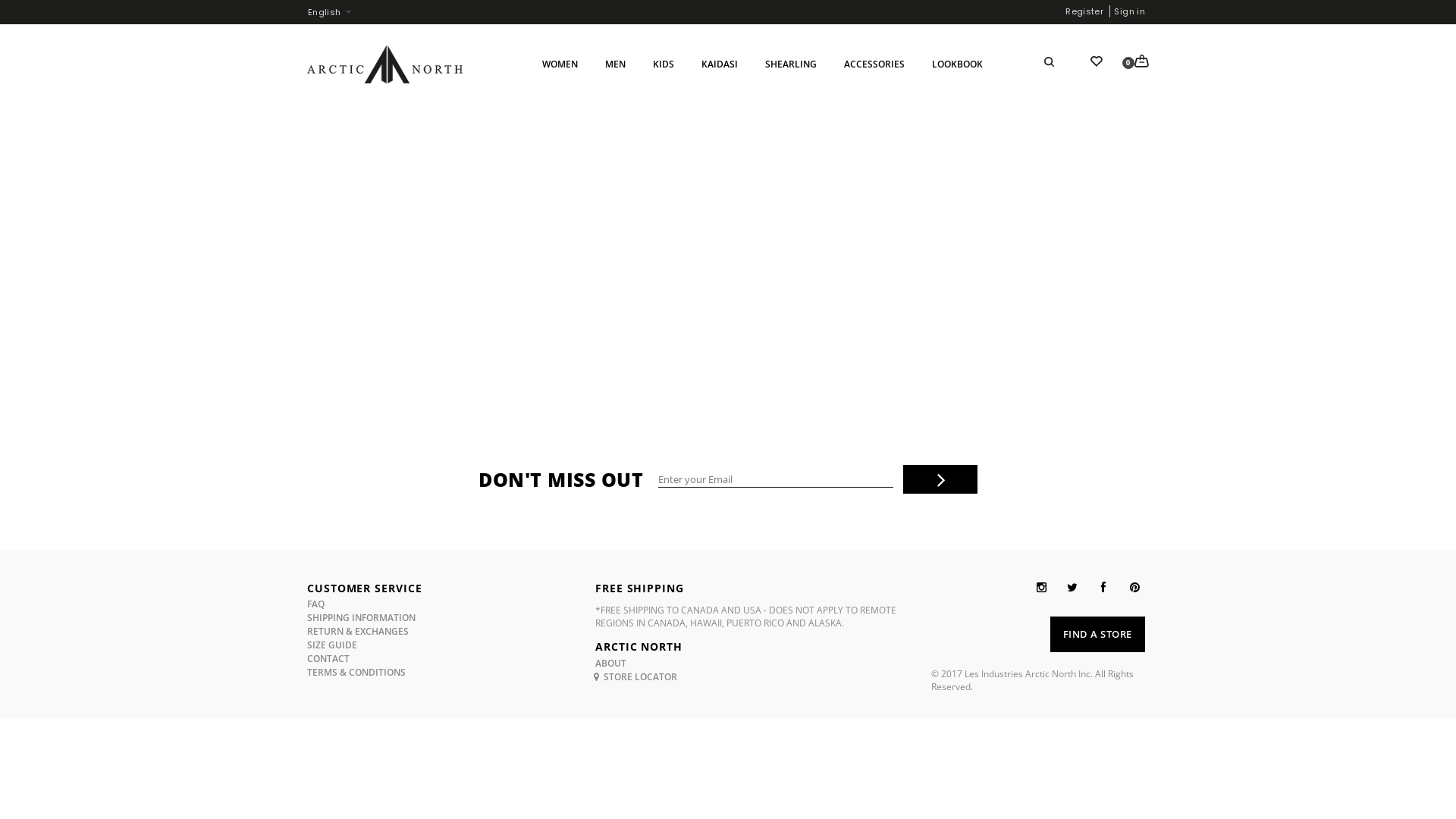 This screenshot has height=819, width=1456. Describe the element at coordinates (1129, 11) in the screenshot. I see `'Sign in'` at that location.